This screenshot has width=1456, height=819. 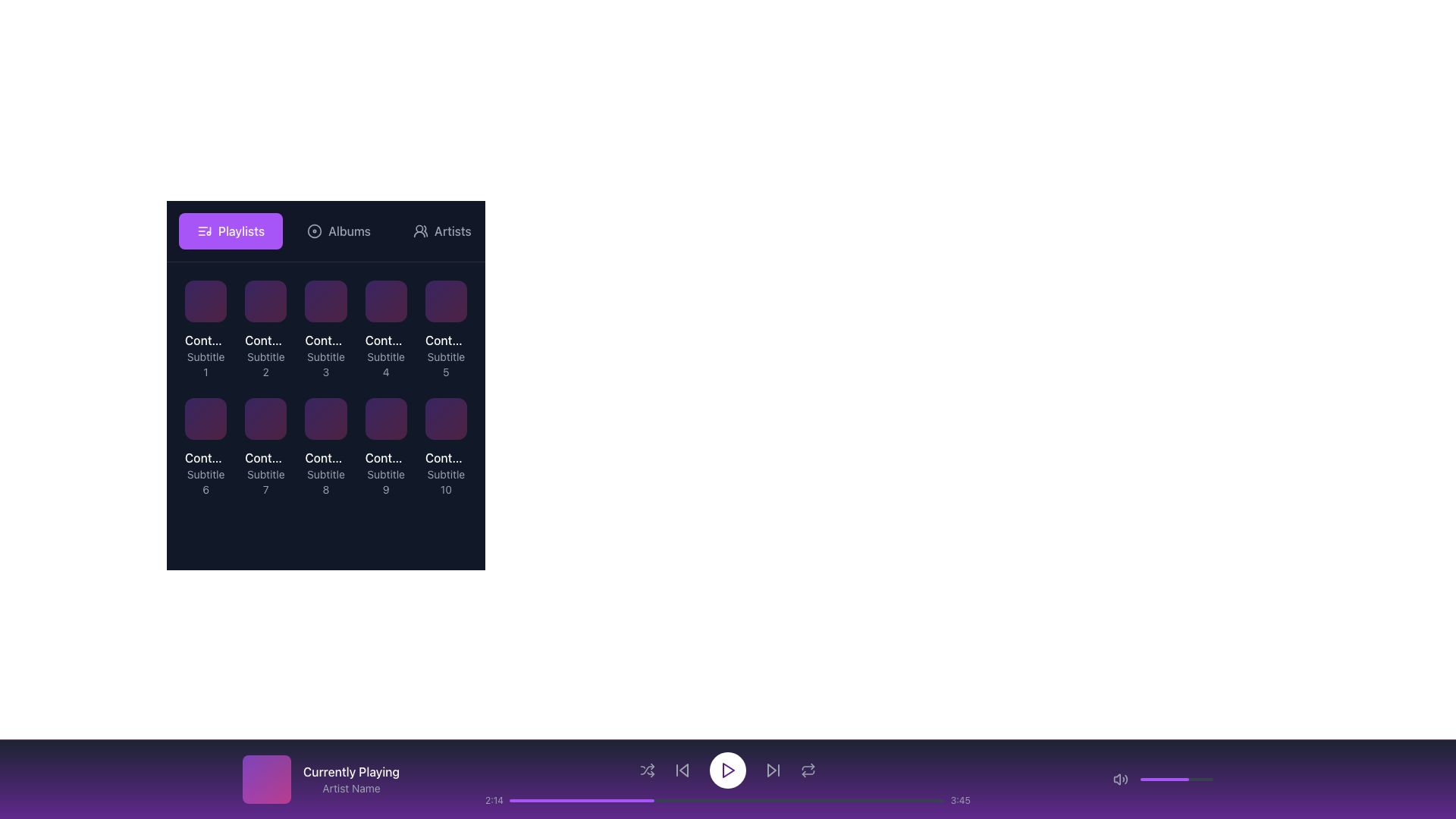 I want to click on the text label displaying 'Content Title 4' which is part of the fourth card in the grid layout under the 'Playlists' header, so click(x=386, y=340).